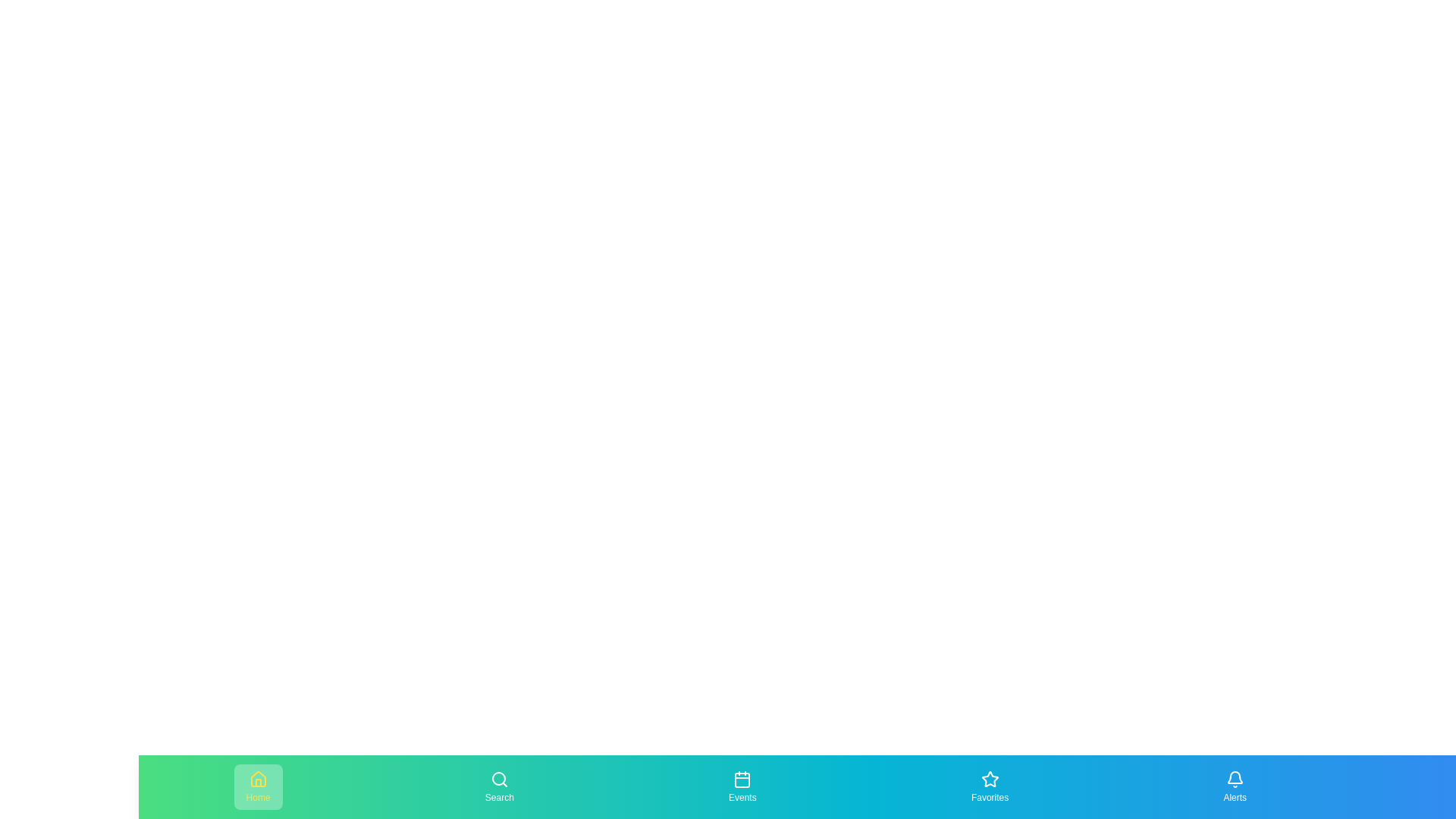 Image resolution: width=1456 pixels, height=819 pixels. What do you see at coordinates (258, 786) in the screenshot?
I see `the navigation item Home` at bounding box center [258, 786].